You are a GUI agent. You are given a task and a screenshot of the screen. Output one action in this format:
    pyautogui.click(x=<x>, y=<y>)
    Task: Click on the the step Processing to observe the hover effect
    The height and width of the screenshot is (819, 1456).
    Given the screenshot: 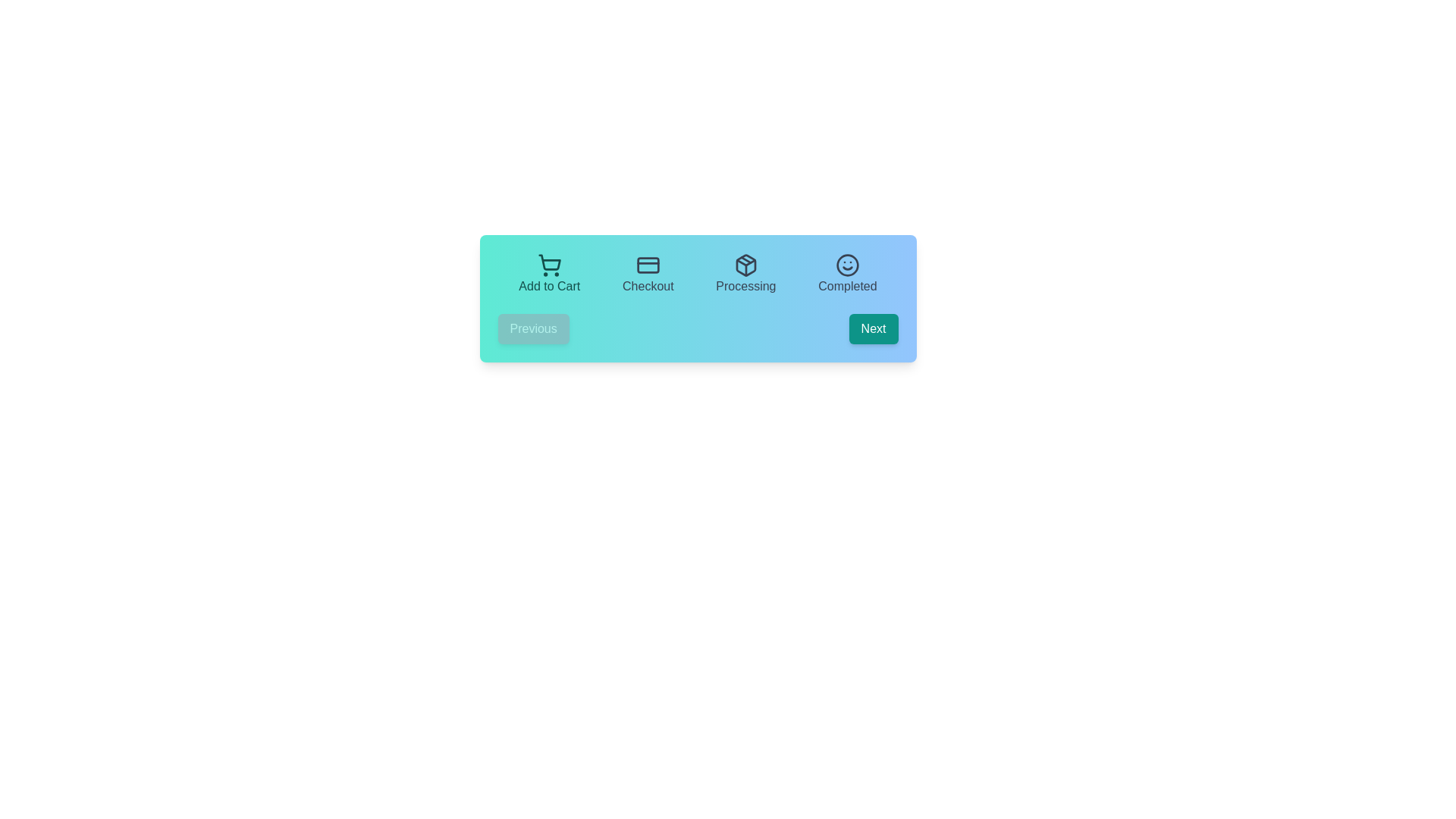 What is the action you would take?
    pyautogui.click(x=745, y=275)
    